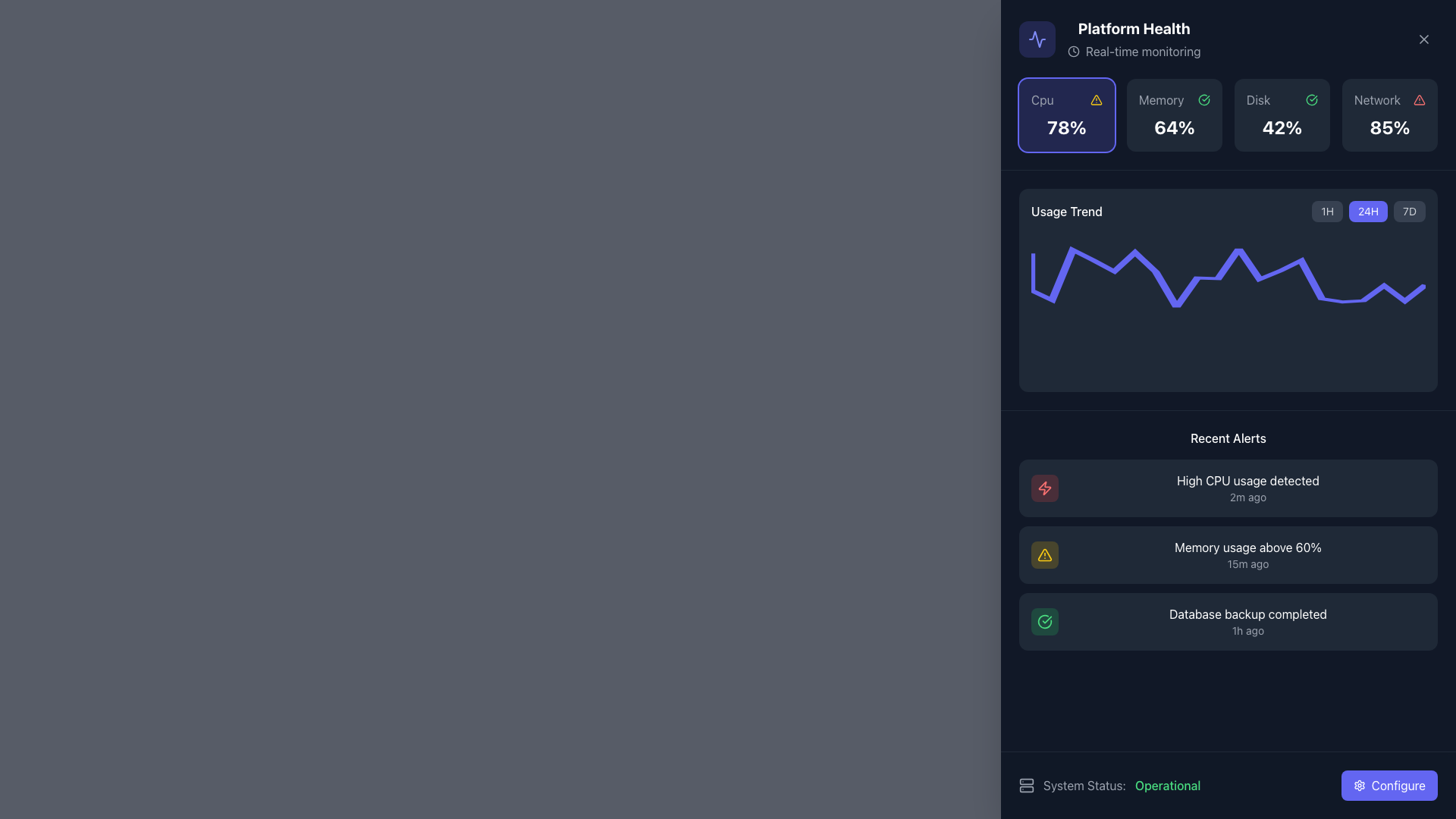 The width and height of the screenshot is (1456, 819). I want to click on the rounded rectangular blue button labeled 'Configure' with a gear icon, so click(1389, 785).